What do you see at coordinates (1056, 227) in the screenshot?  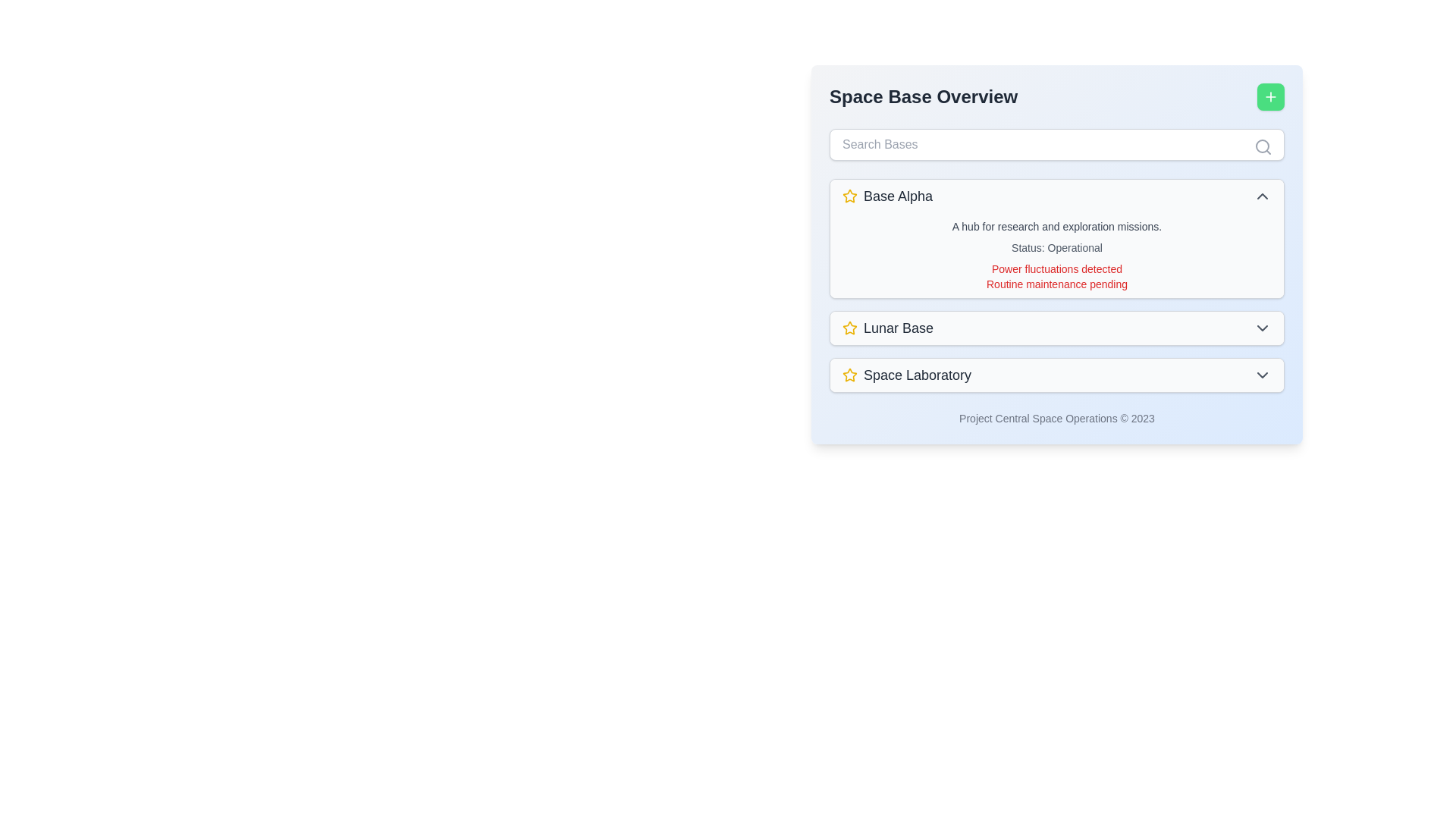 I see `the descriptive text label for the 'Base Alpha' section, which is positioned below the title 'Base Alpha' and above other status-related messages` at bounding box center [1056, 227].